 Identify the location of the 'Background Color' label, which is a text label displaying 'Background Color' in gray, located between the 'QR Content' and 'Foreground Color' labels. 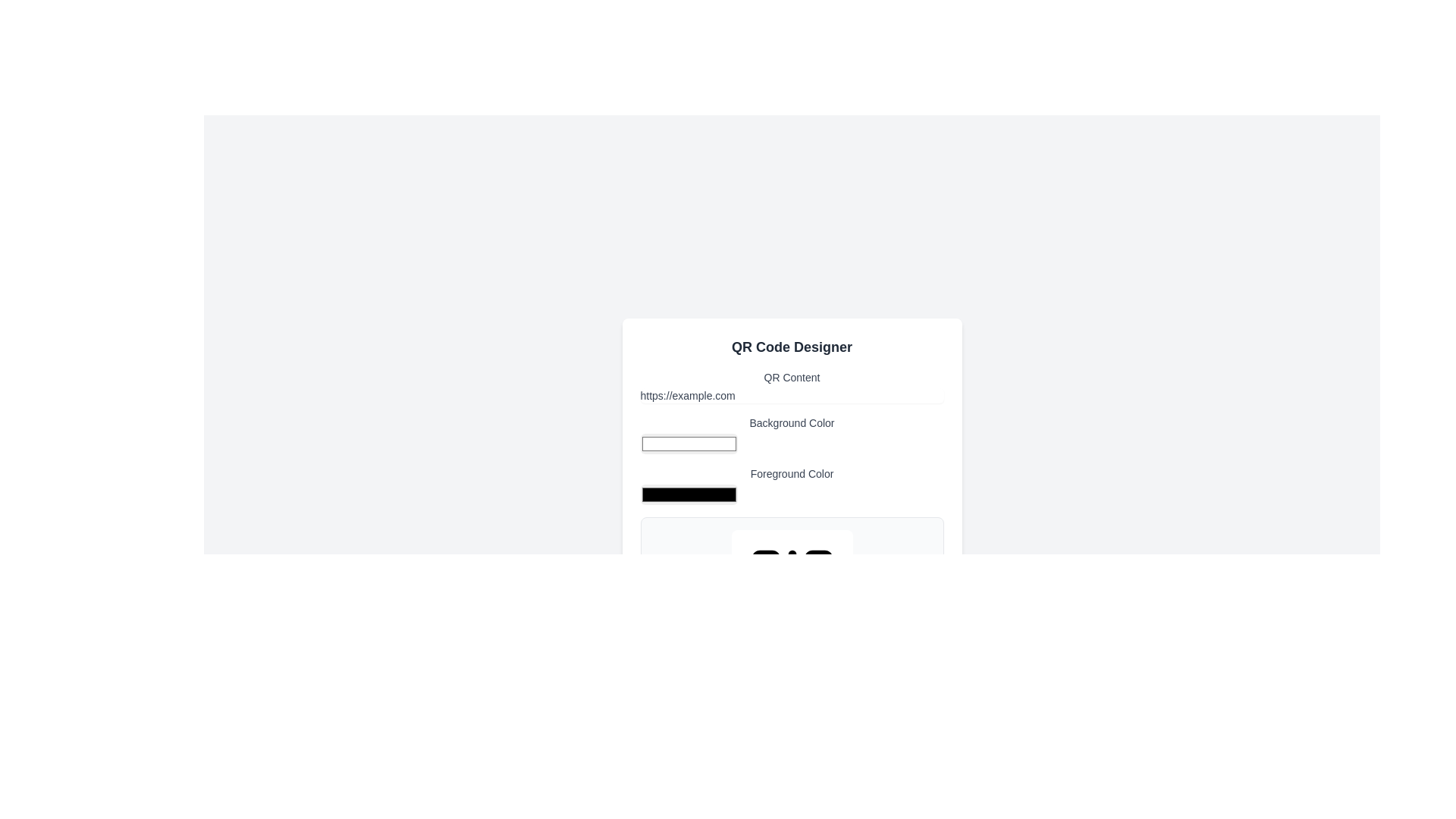
(791, 435).